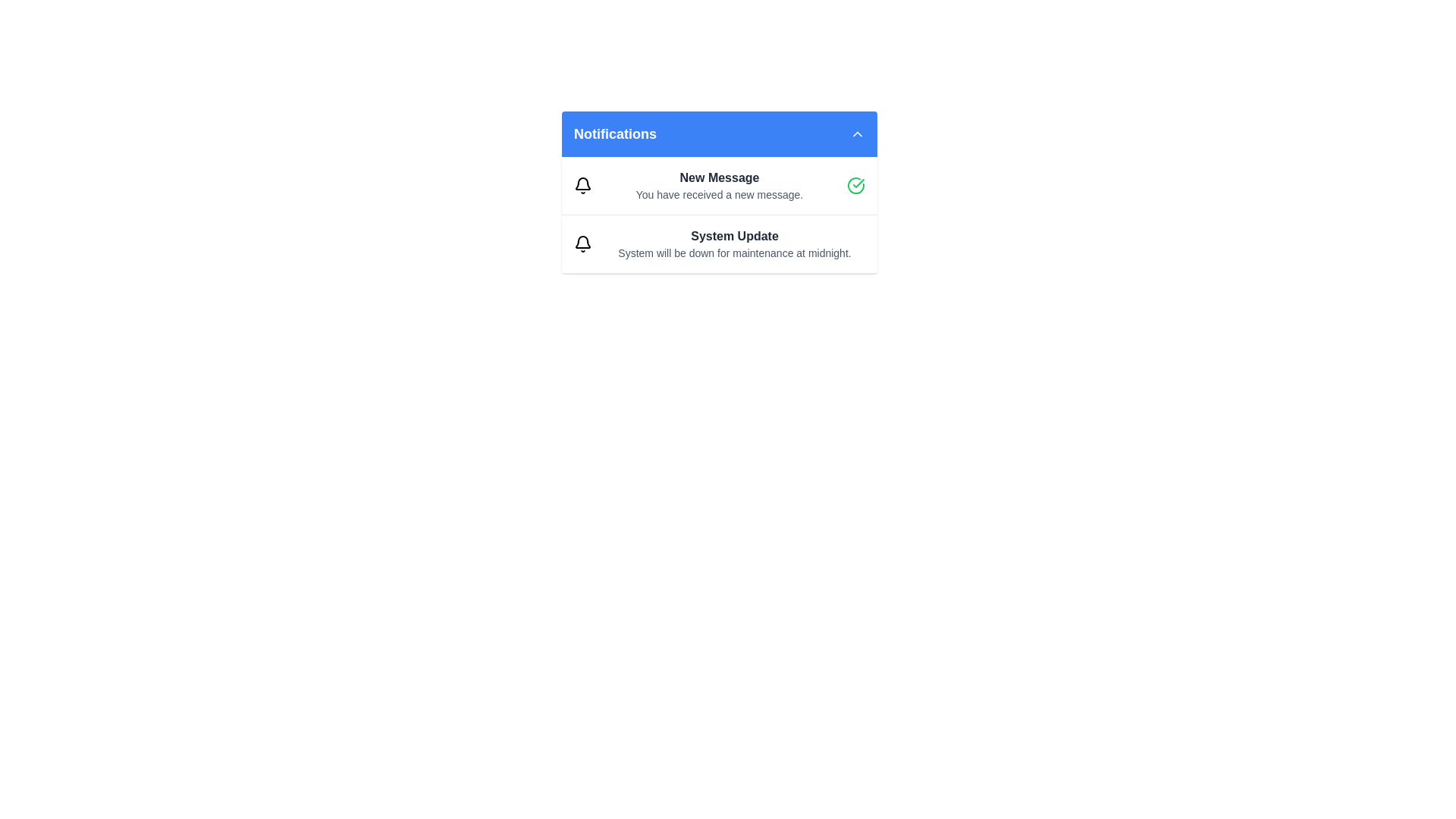  Describe the element at coordinates (719, 185) in the screenshot. I see `the Text block element displaying 'New Message'` at that location.